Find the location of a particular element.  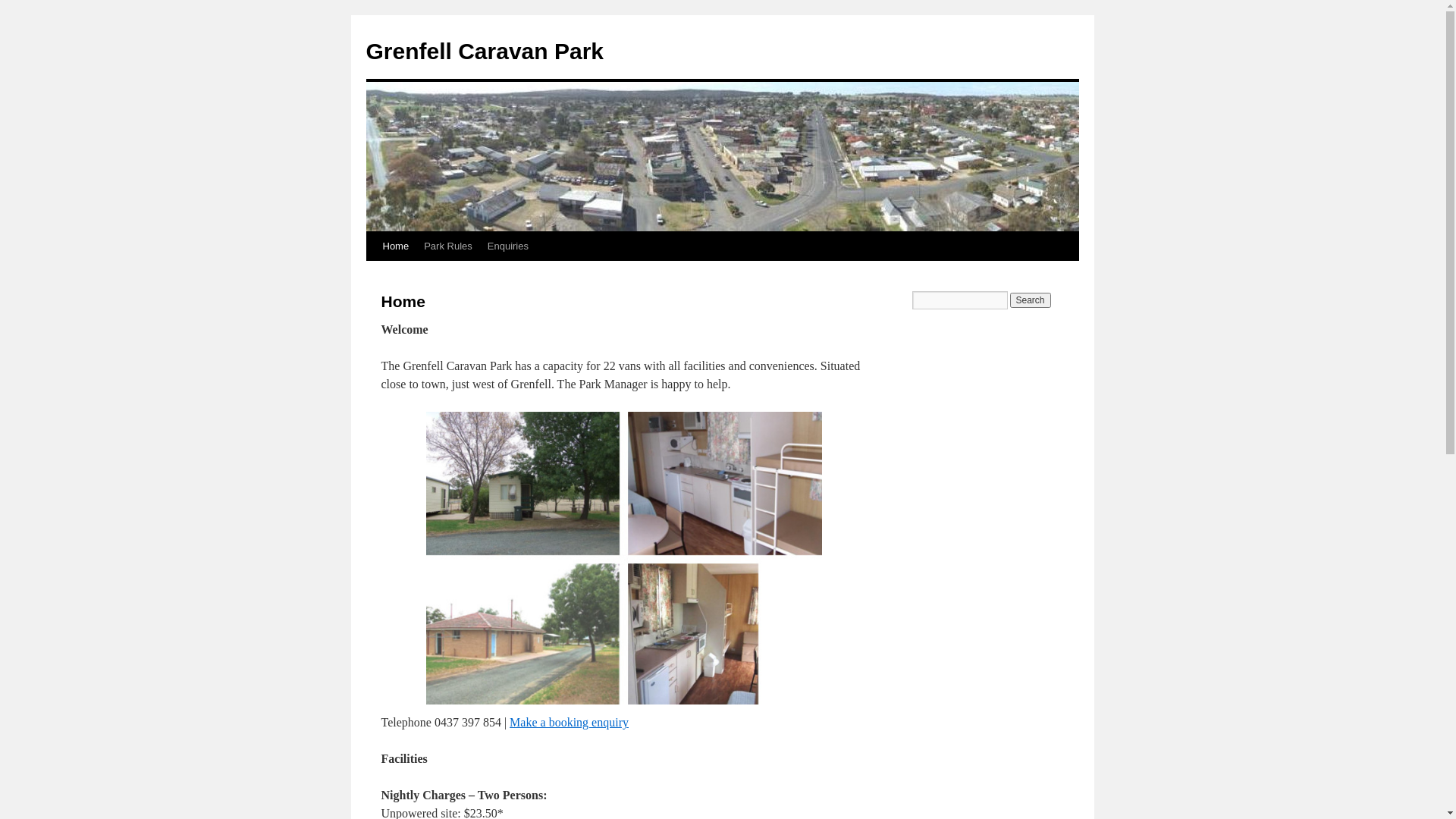

'Skip to content' is located at coordinates (372, 275).